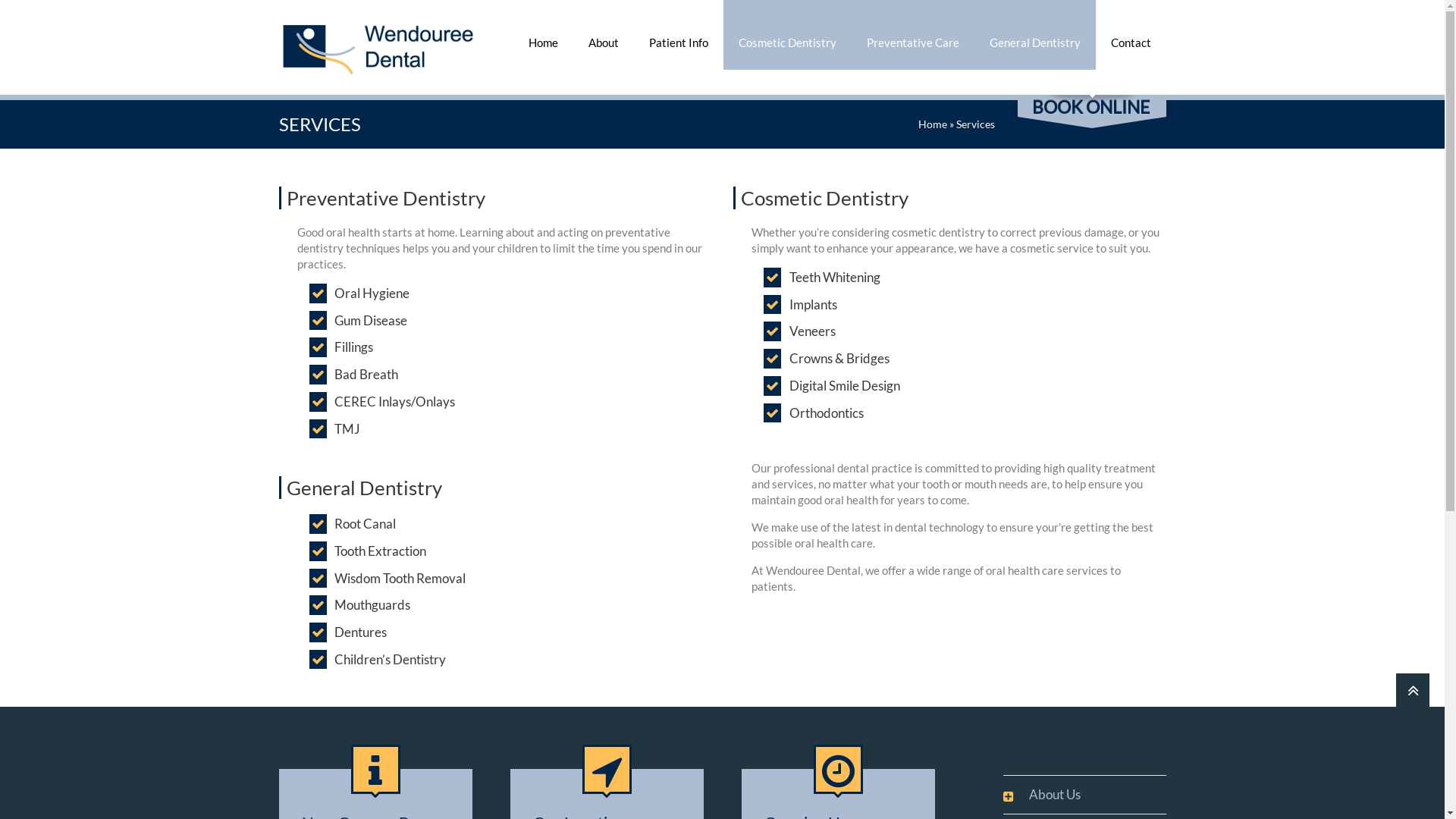 The image size is (1456, 819). I want to click on 'Preventative Care', so click(912, 34).